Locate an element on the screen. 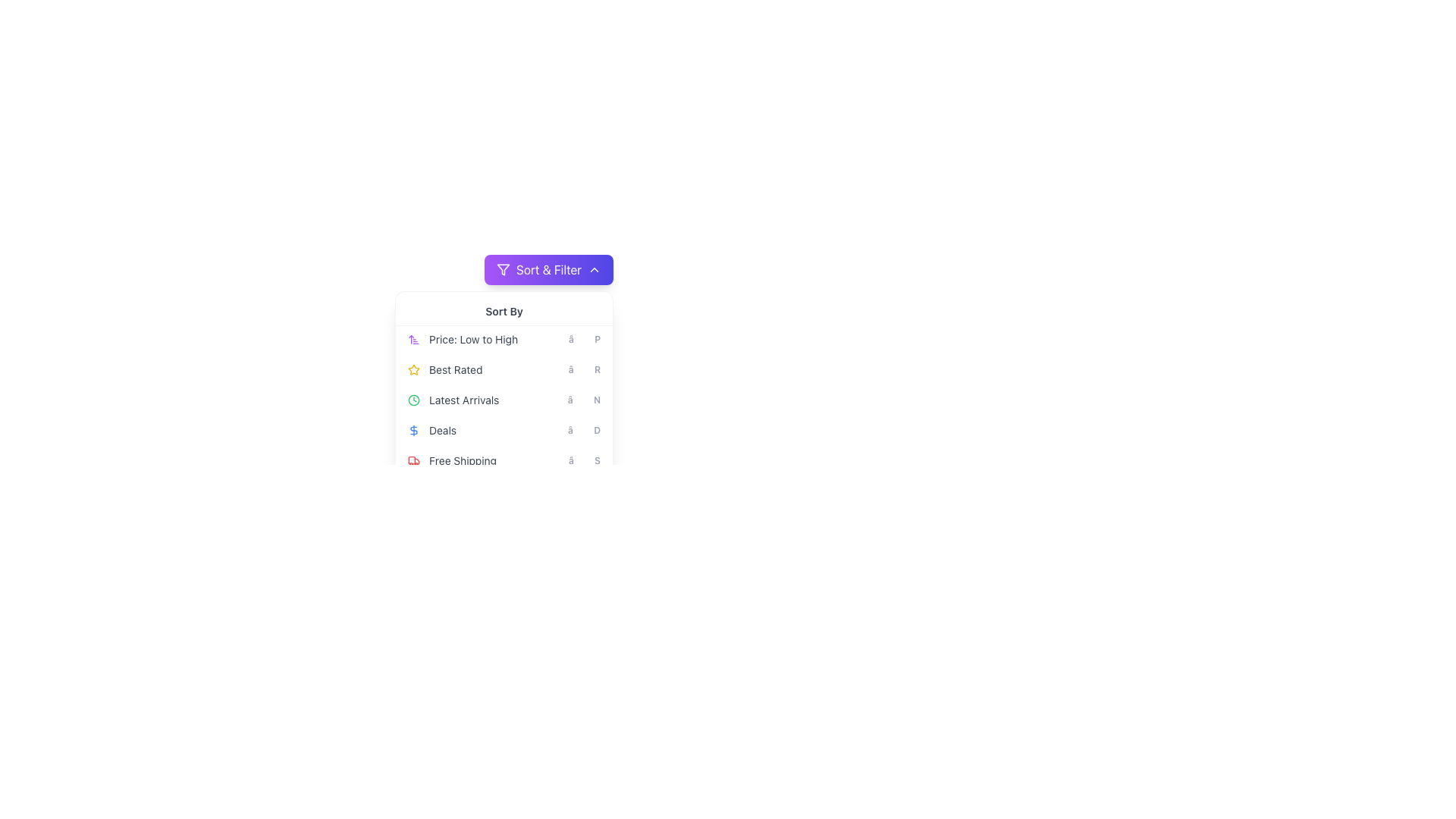  the third entry in the 'Sort By' dropdown menu, which allows users to sort items by their most recent arrivals is located at coordinates (504, 406).